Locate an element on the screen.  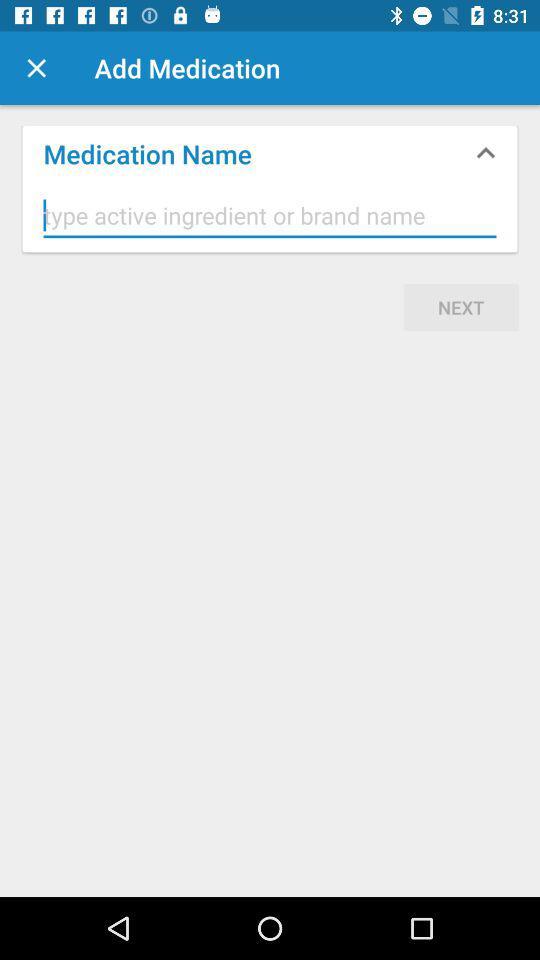
icon above medication name icon is located at coordinates (36, 68).